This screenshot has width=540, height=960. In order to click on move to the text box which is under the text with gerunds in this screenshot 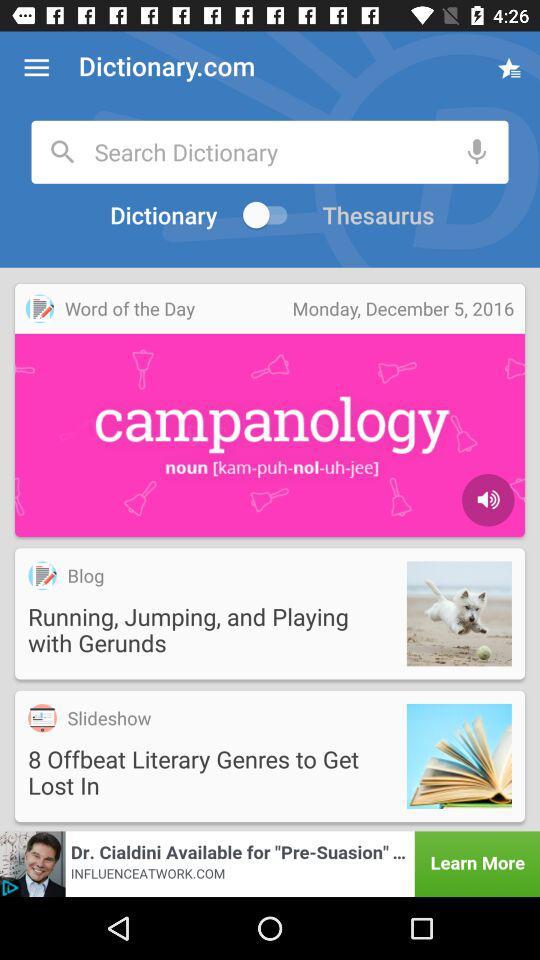, I will do `click(270, 755)`.